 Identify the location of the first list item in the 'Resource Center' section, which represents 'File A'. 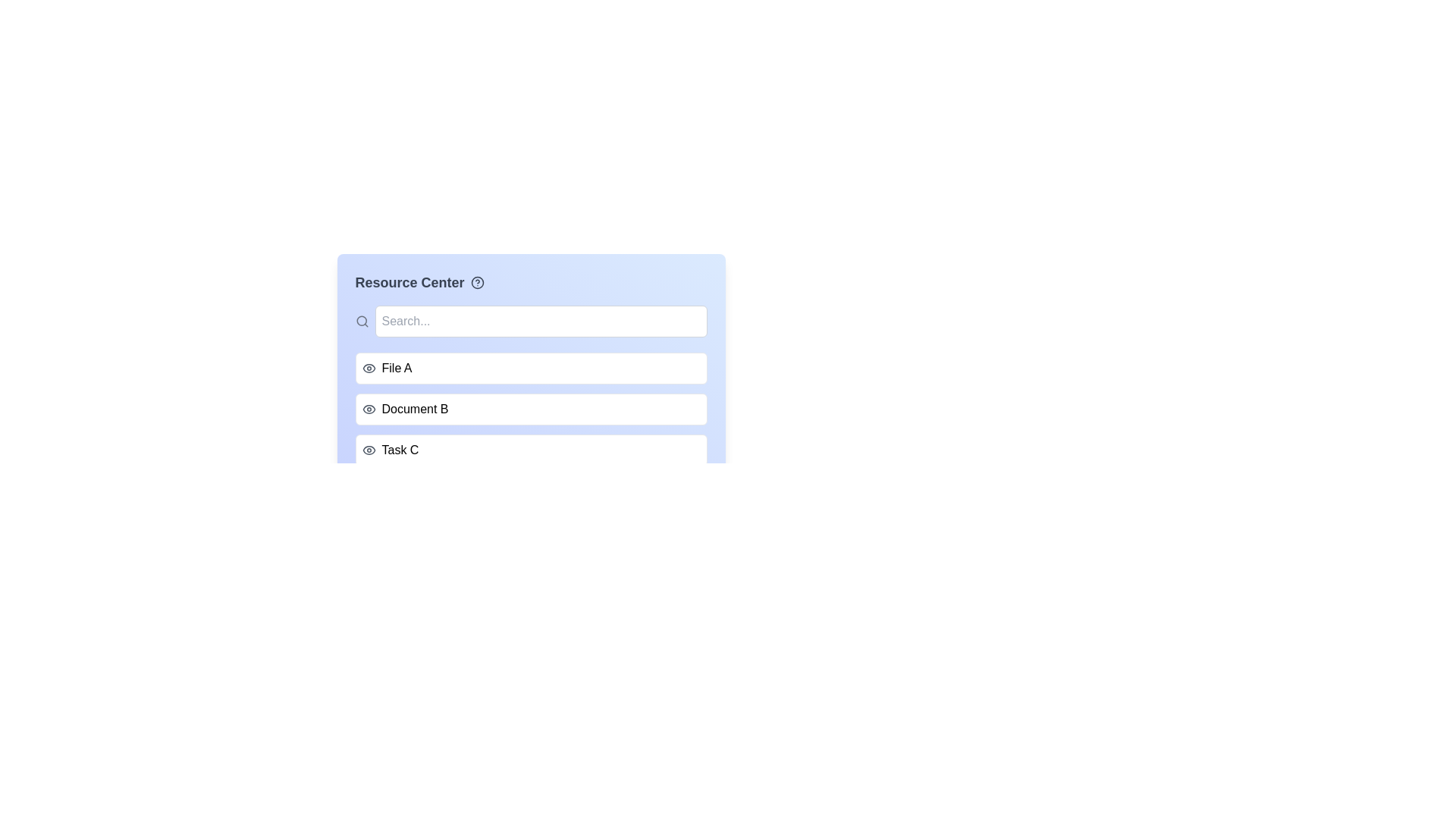
(531, 369).